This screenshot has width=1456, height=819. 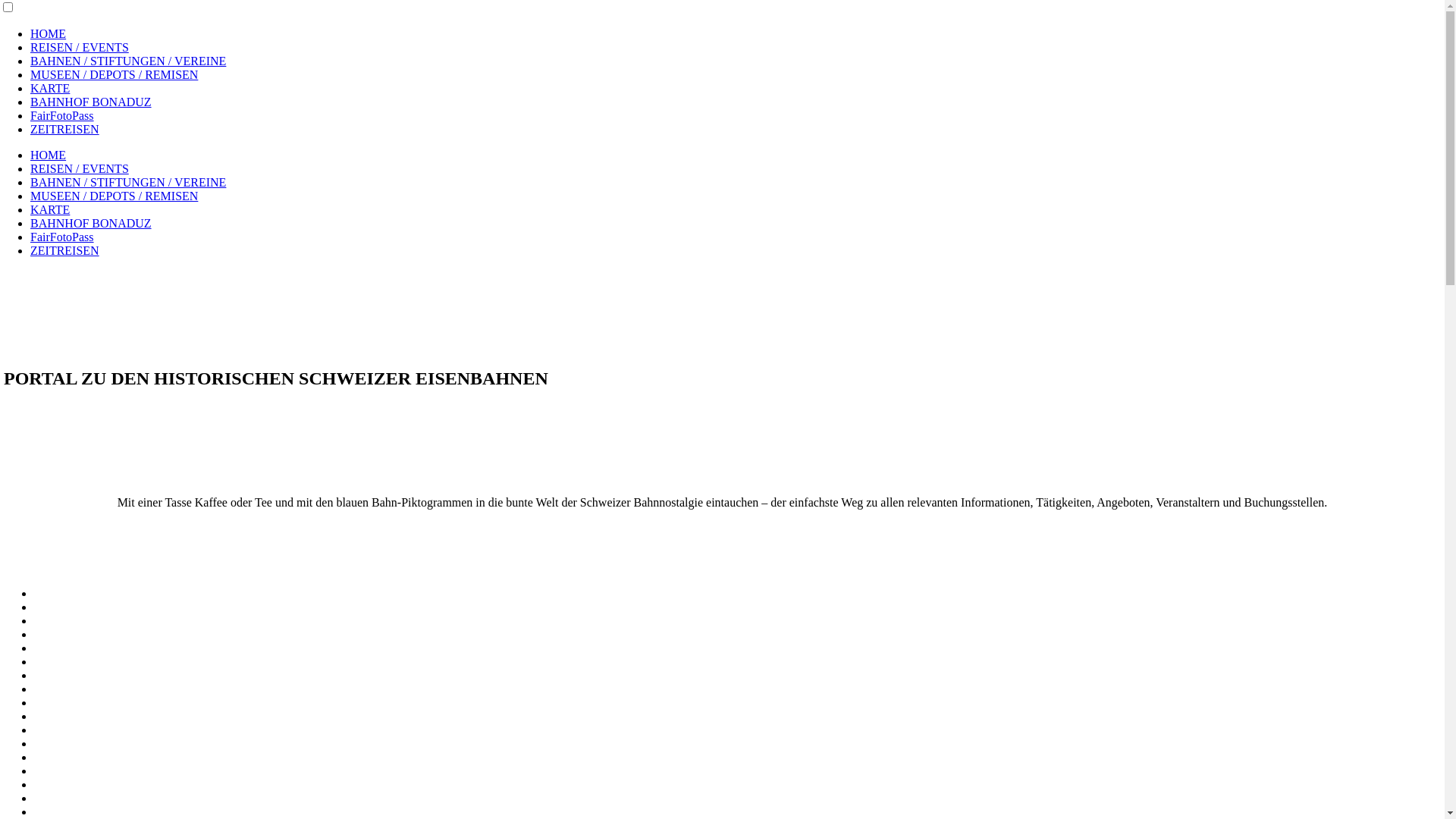 What do you see at coordinates (79, 46) in the screenshot?
I see `'REISEN / EVENTS'` at bounding box center [79, 46].